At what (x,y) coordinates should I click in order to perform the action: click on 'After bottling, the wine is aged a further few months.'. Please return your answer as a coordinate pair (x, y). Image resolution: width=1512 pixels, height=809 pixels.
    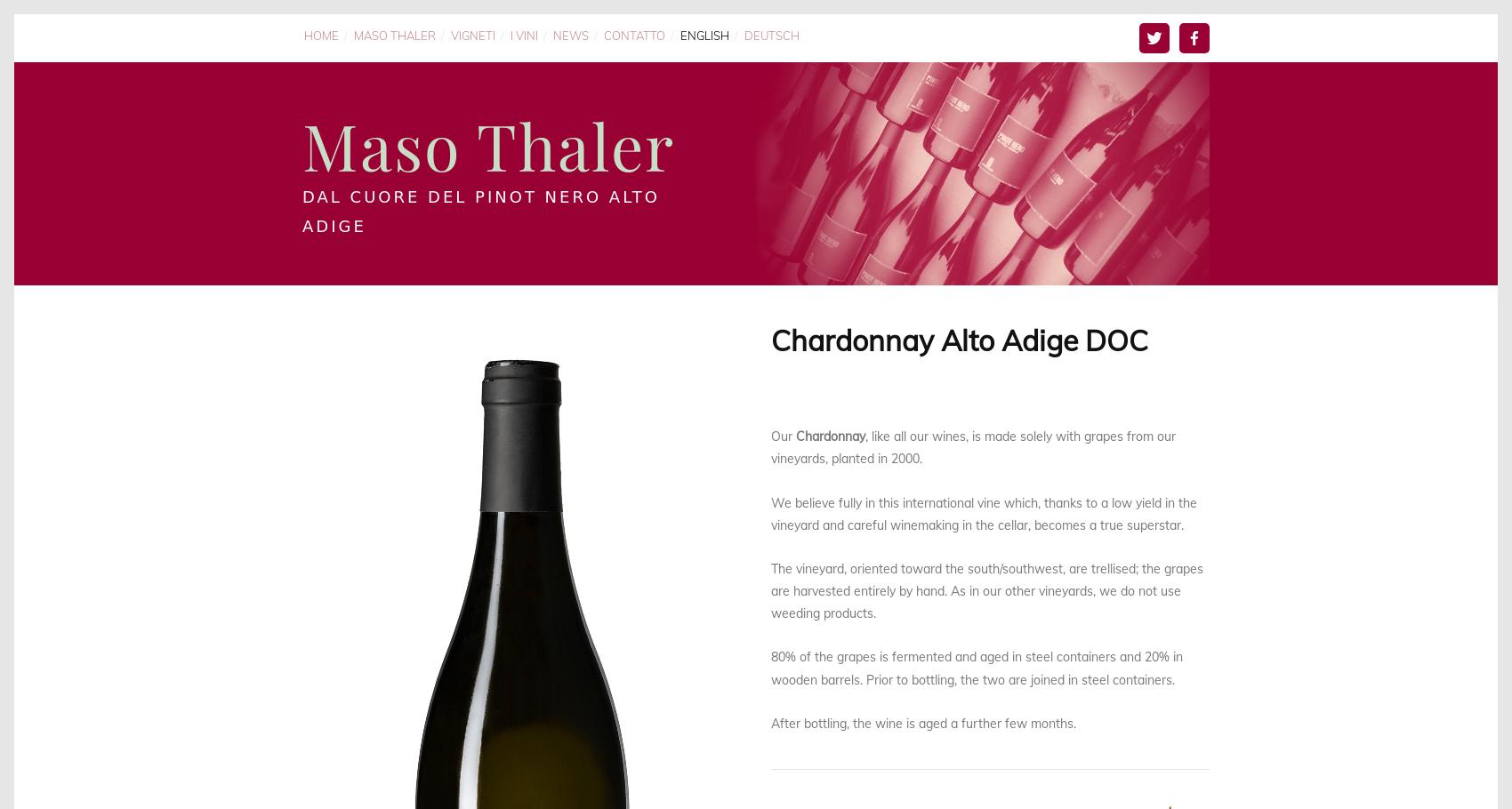
    Looking at the image, I should click on (922, 721).